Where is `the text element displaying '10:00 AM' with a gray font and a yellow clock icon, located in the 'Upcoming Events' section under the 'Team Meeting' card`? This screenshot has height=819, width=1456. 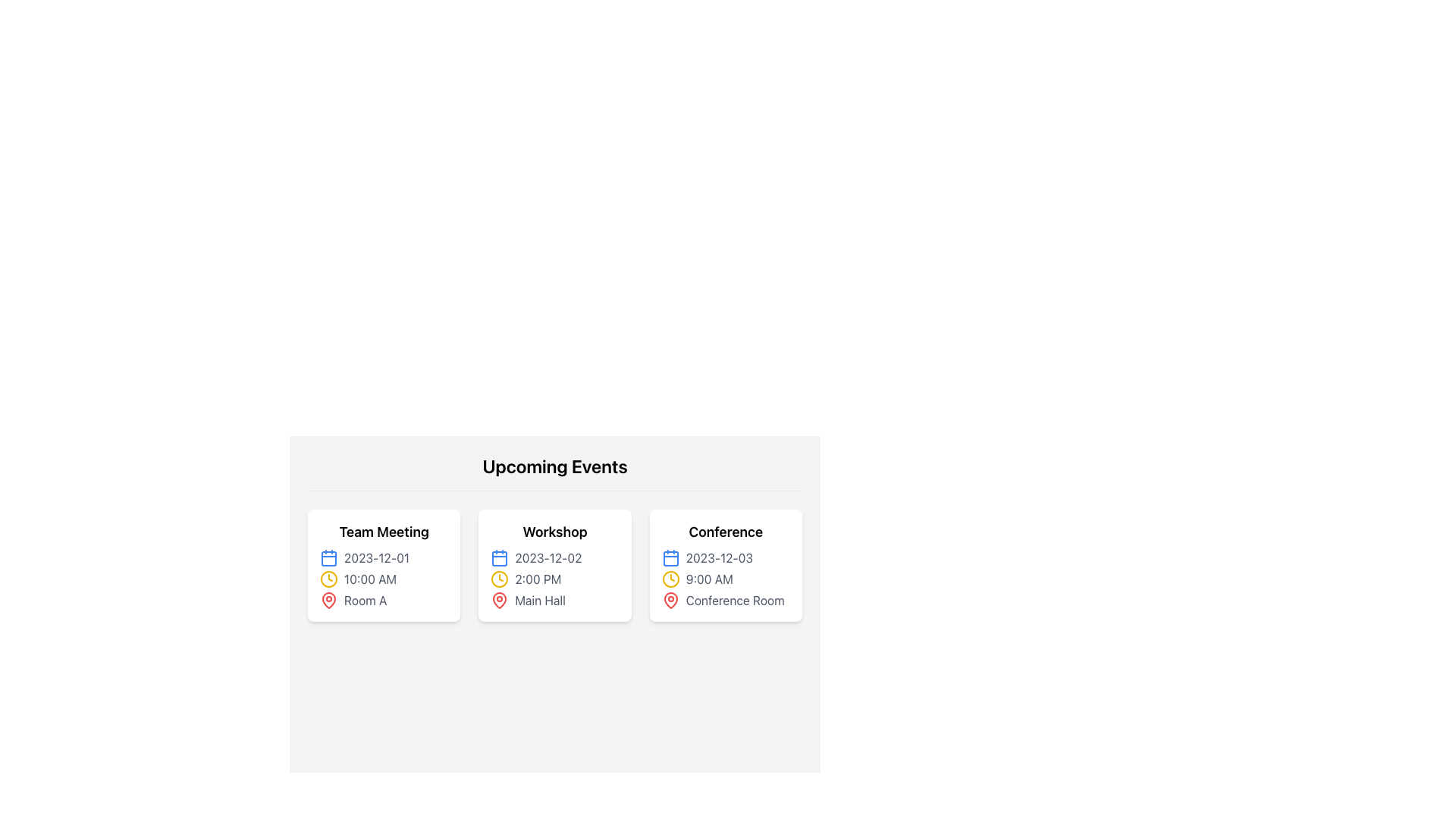
the text element displaying '10:00 AM' with a gray font and a yellow clock icon, located in the 'Upcoming Events' section under the 'Team Meeting' card is located at coordinates (384, 579).